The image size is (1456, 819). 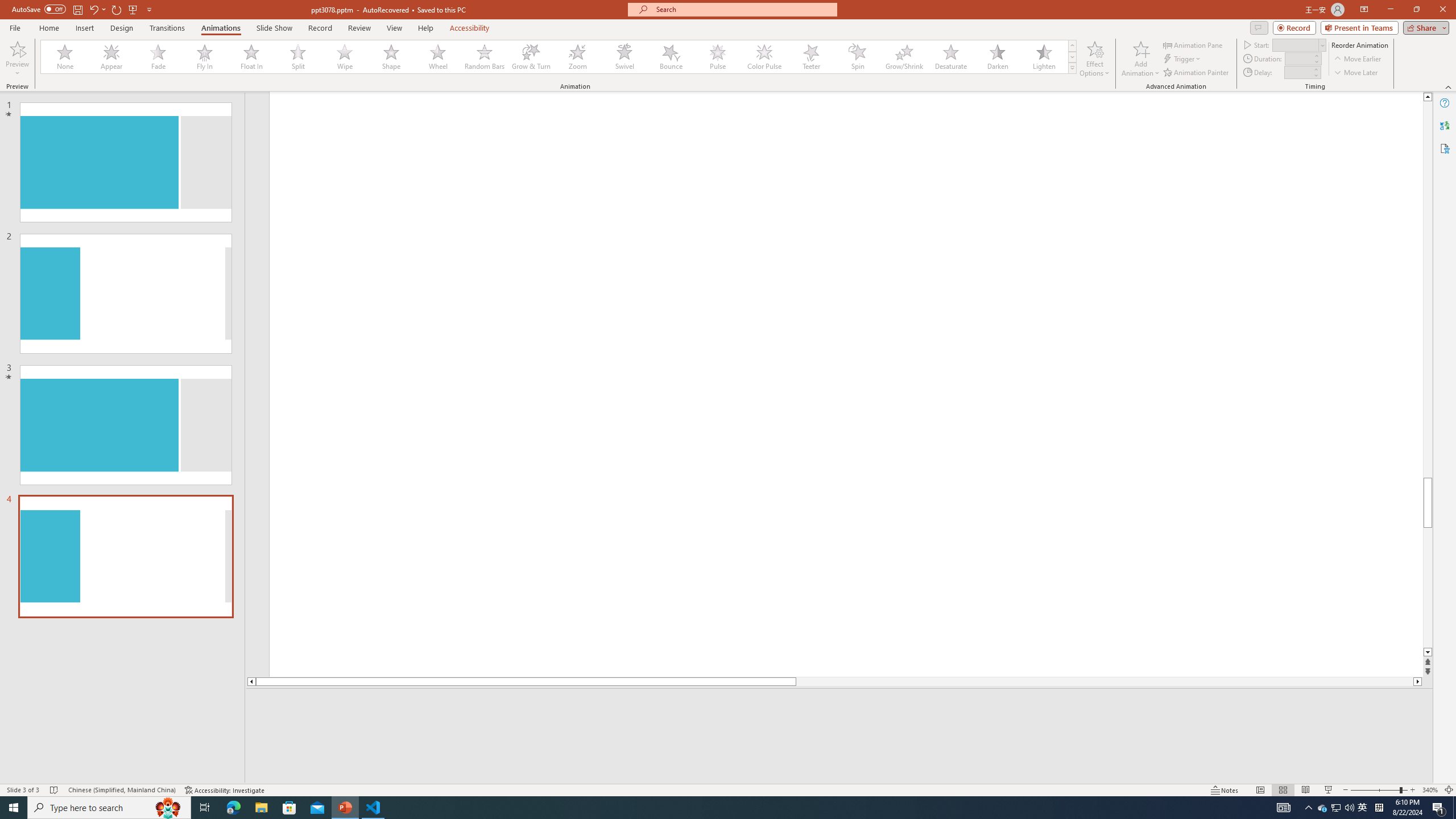 I want to click on 'Animation Pane', so click(x=1194, y=44).